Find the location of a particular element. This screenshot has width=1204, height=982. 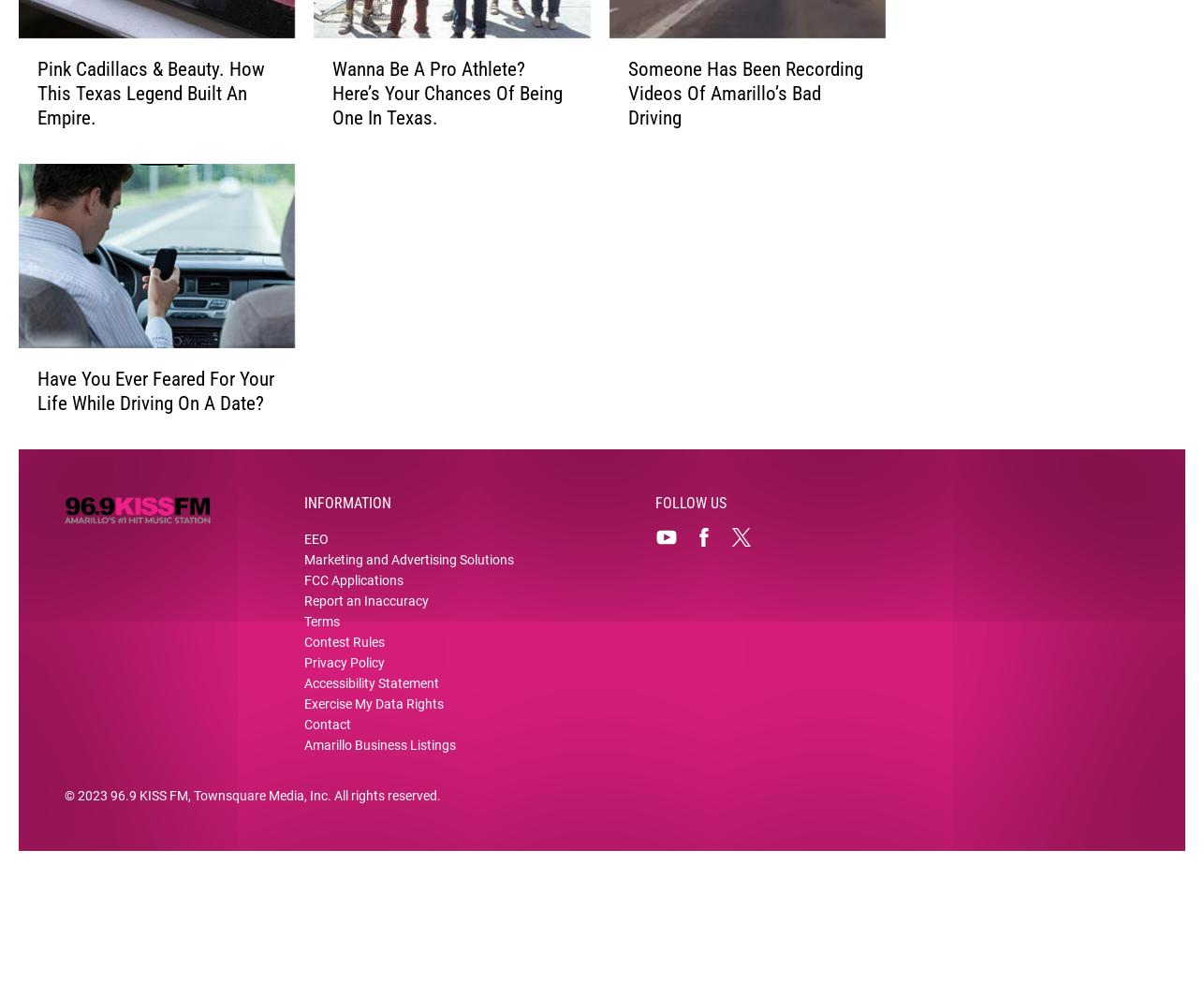

'FCC Applications' is located at coordinates (352, 608).